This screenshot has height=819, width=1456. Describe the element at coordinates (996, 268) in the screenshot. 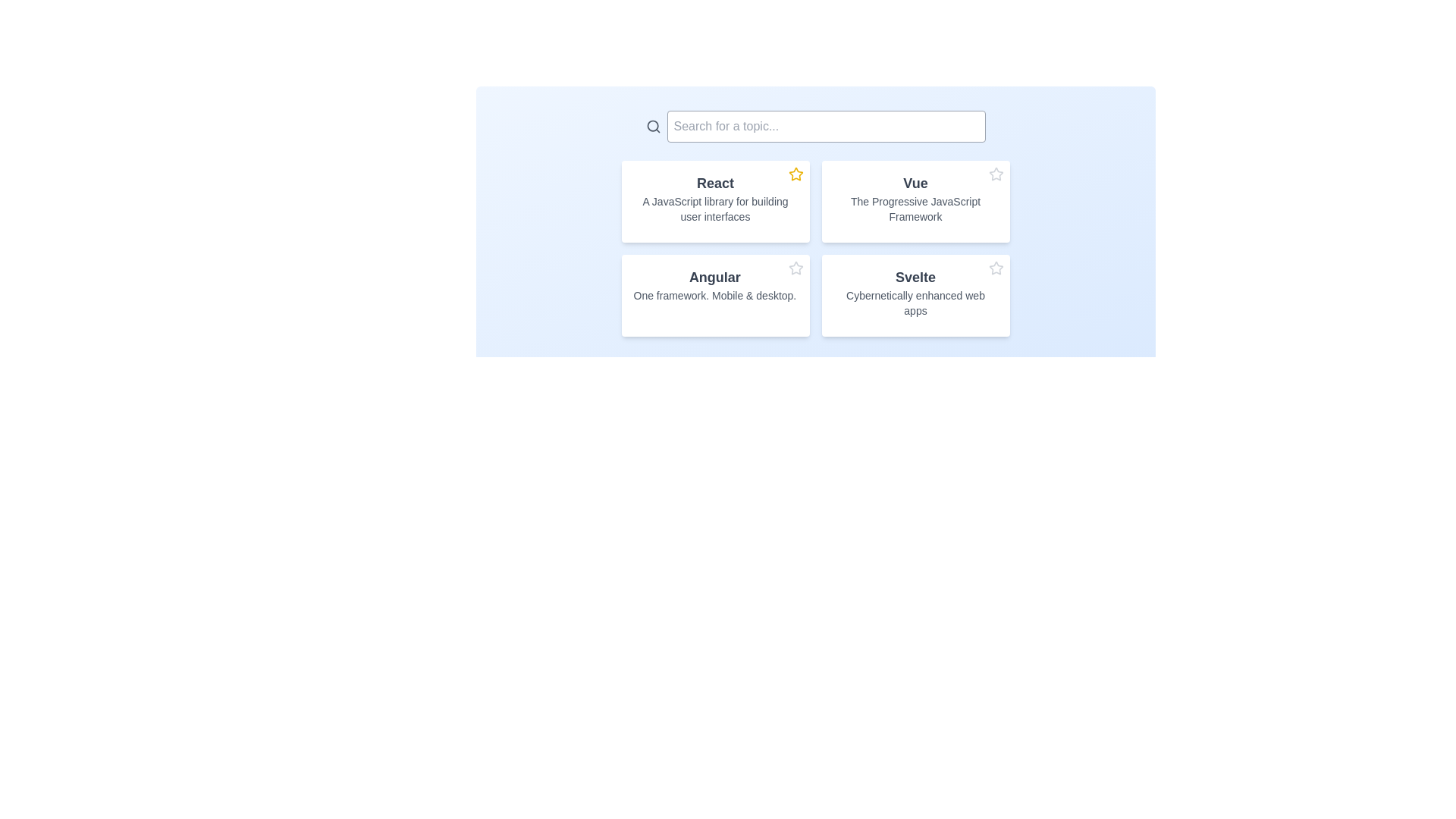

I see `the star icon located at the top right corner of the card titled 'Svelte'` at that location.